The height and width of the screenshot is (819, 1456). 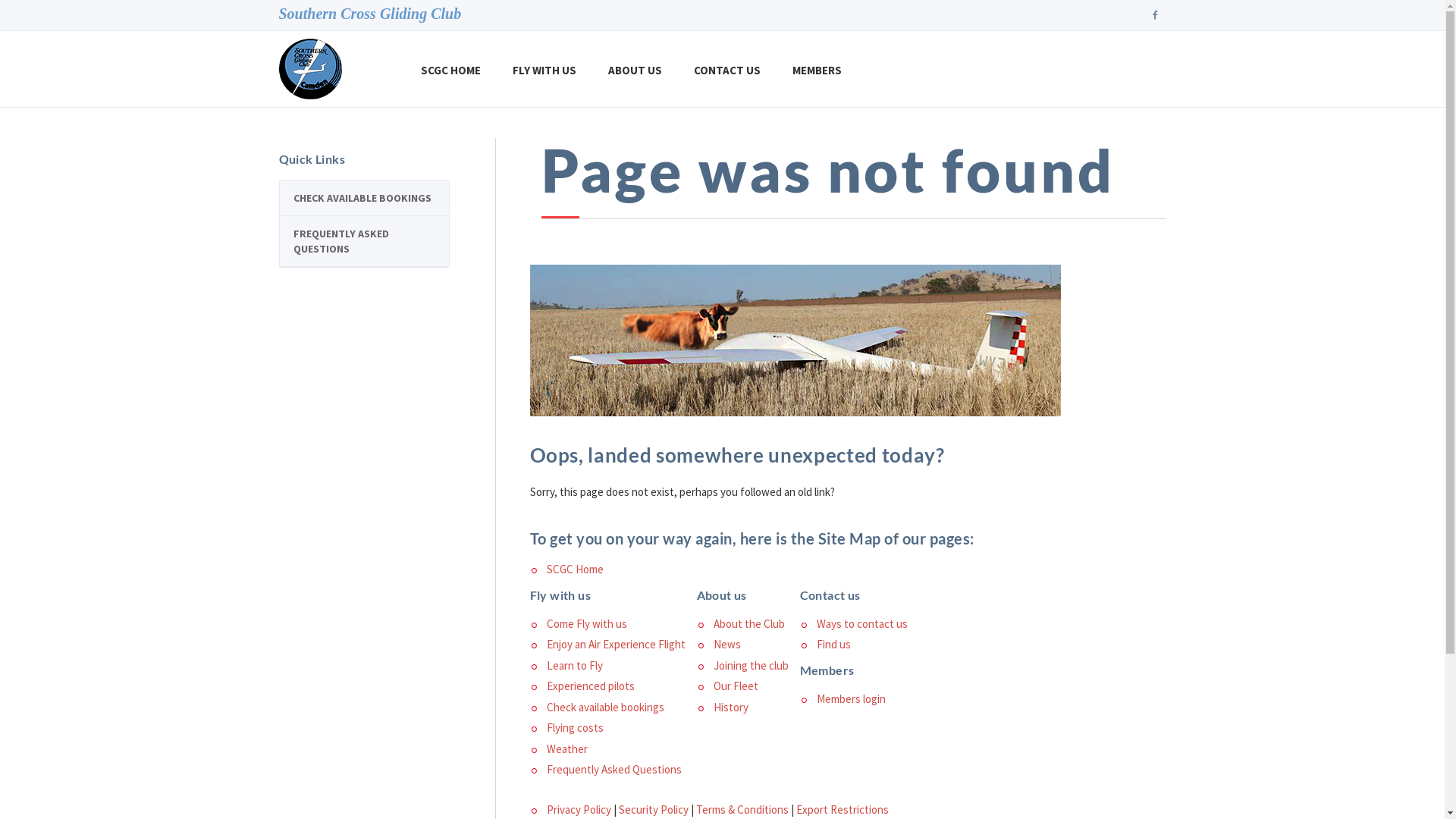 I want to click on 'CHECK AVAILABLE BOOKINGS', so click(x=362, y=197).